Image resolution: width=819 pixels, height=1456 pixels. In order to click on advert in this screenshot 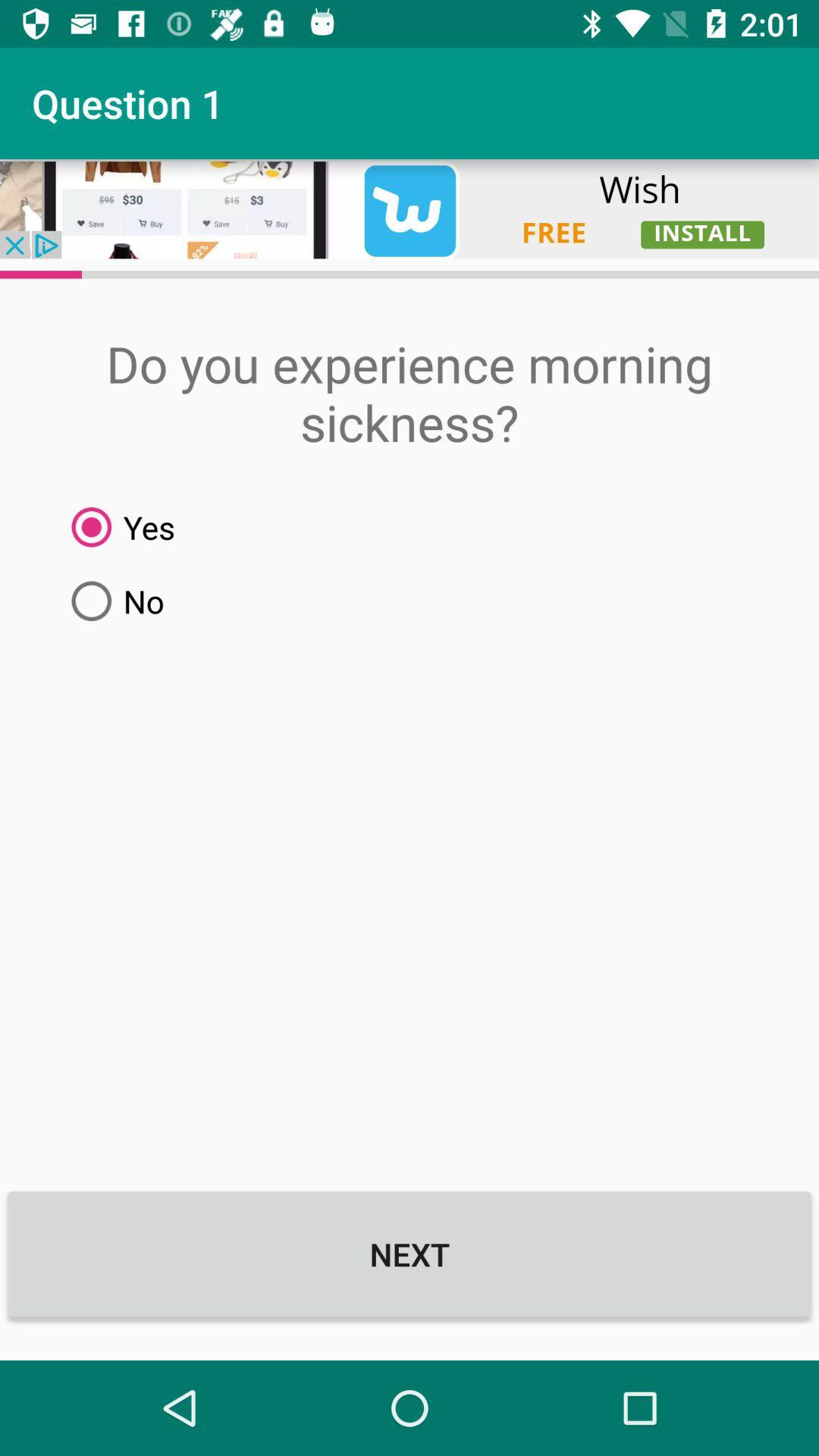, I will do `click(409, 208)`.